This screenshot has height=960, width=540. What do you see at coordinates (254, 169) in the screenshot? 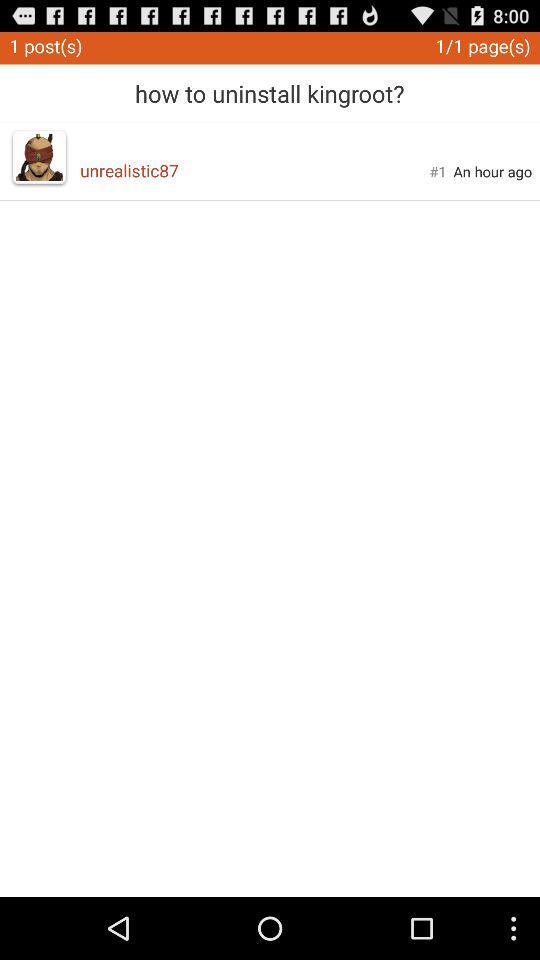
I see `the icon next to #1` at bounding box center [254, 169].